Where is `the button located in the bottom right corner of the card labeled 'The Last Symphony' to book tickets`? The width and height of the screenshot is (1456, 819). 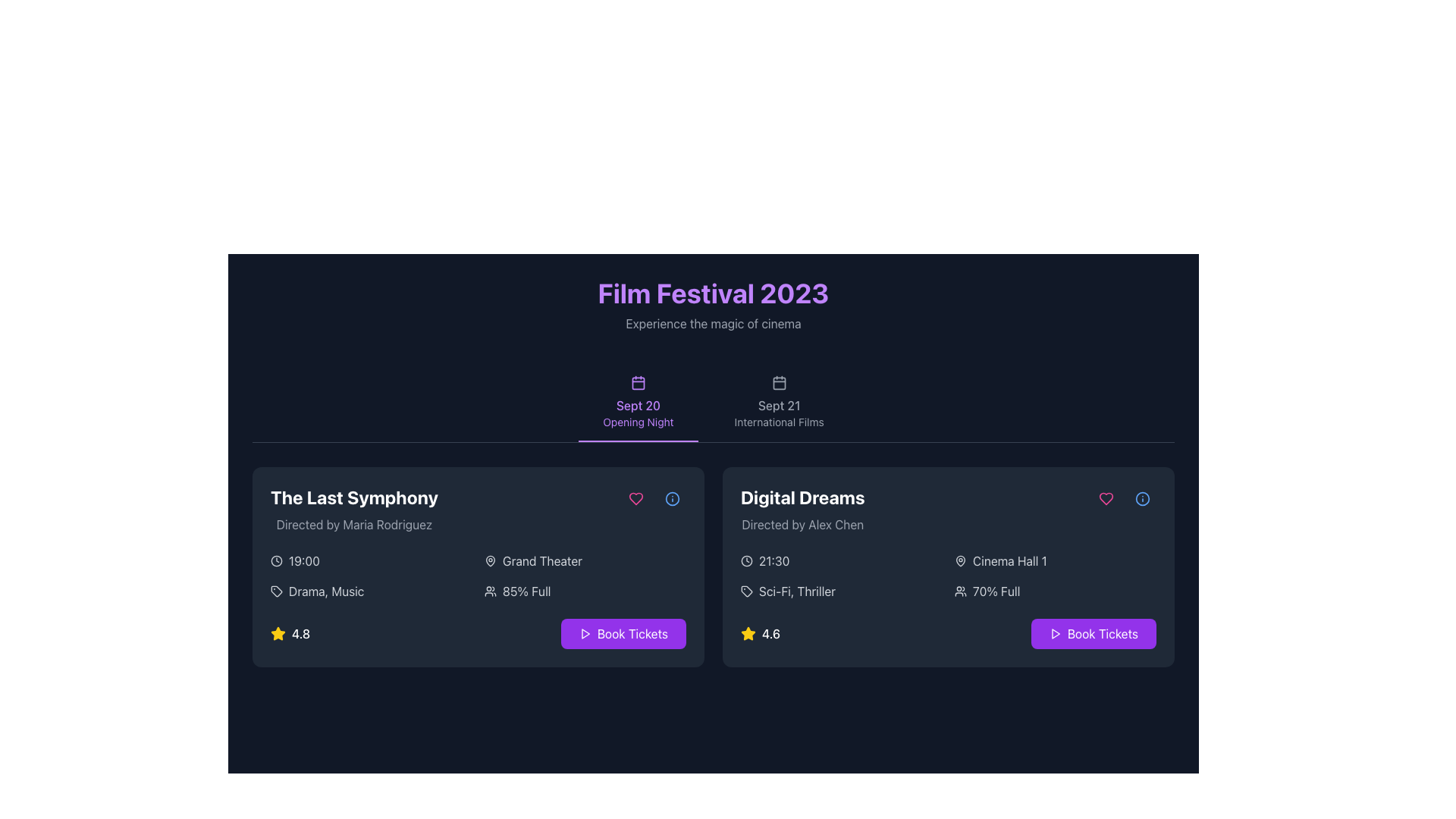
the button located in the bottom right corner of the card labeled 'The Last Symphony' to book tickets is located at coordinates (623, 634).